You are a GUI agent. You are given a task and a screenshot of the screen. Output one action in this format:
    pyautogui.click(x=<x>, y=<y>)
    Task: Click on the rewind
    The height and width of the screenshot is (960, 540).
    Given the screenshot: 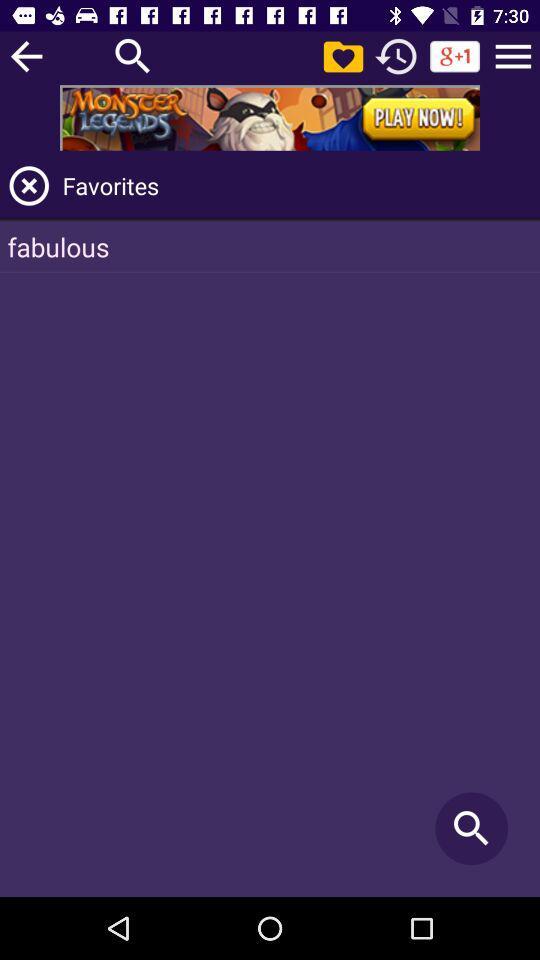 What is the action you would take?
    pyautogui.click(x=396, y=55)
    